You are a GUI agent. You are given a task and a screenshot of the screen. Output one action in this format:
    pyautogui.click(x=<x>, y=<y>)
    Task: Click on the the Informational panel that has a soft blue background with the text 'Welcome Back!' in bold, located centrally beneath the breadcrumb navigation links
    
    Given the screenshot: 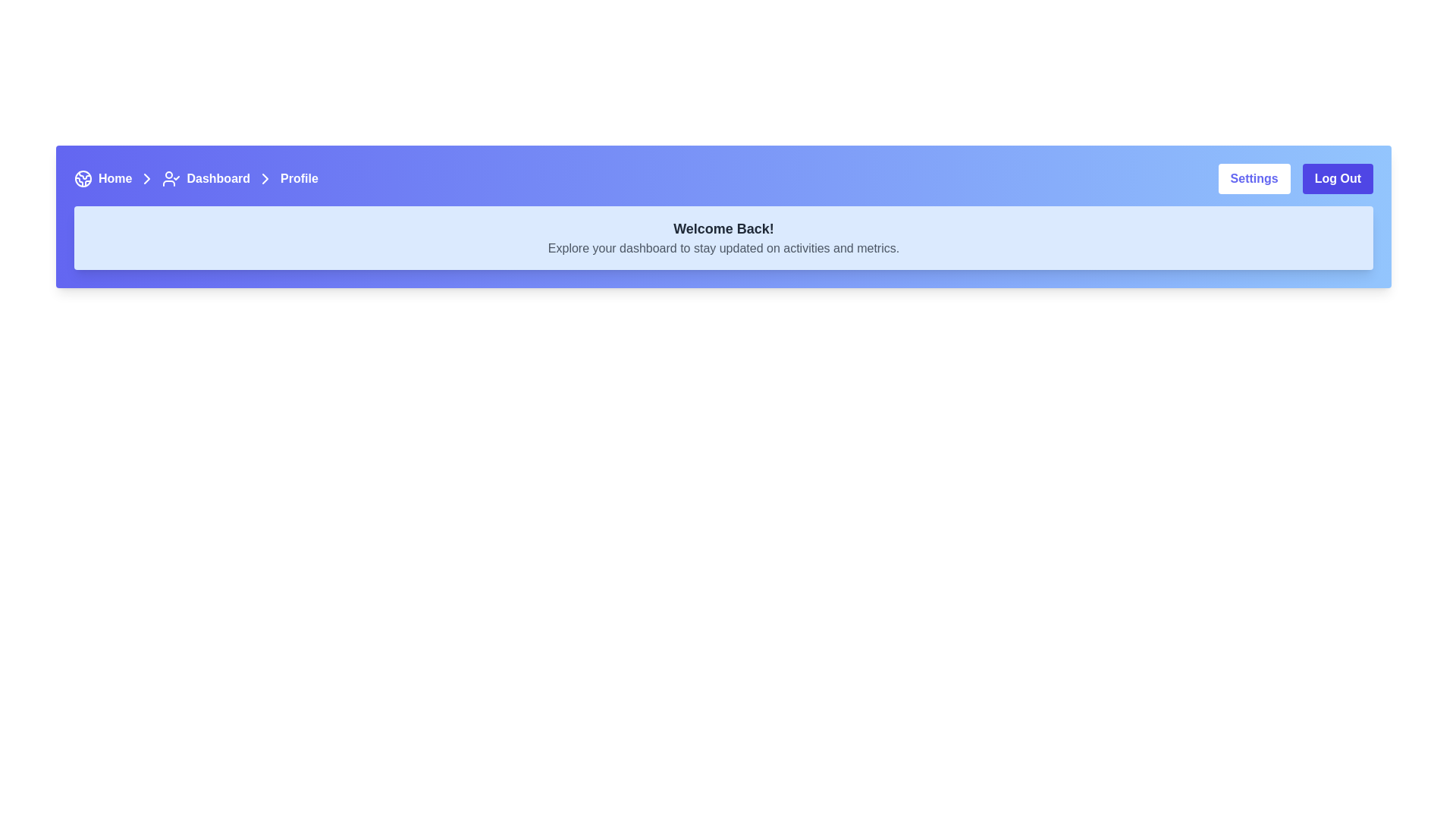 What is the action you would take?
    pyautogui.click(x=723, y=237)
    